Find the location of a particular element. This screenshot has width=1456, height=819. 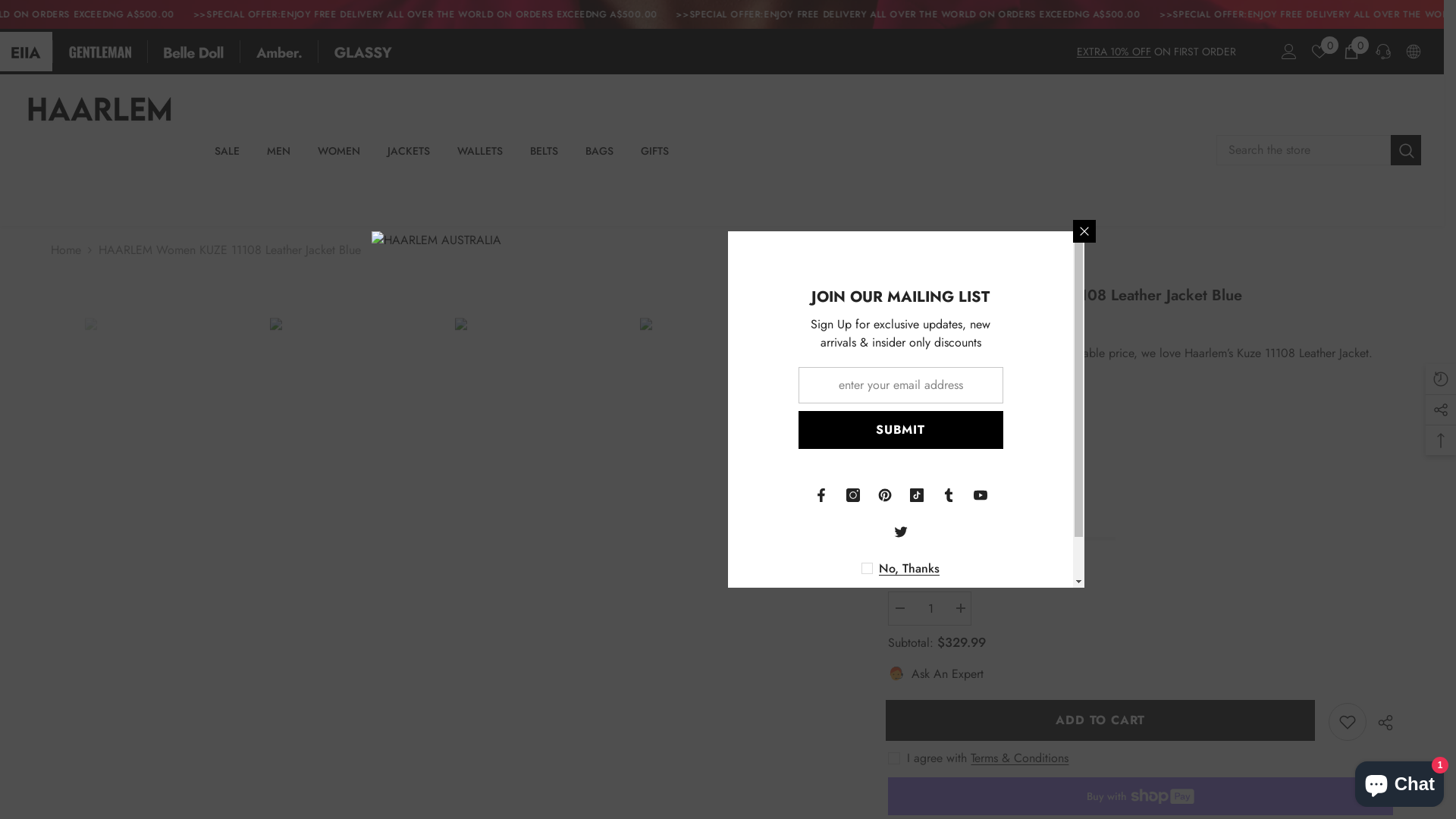

'Ask An Expert' is located at coordinates (934, 673).